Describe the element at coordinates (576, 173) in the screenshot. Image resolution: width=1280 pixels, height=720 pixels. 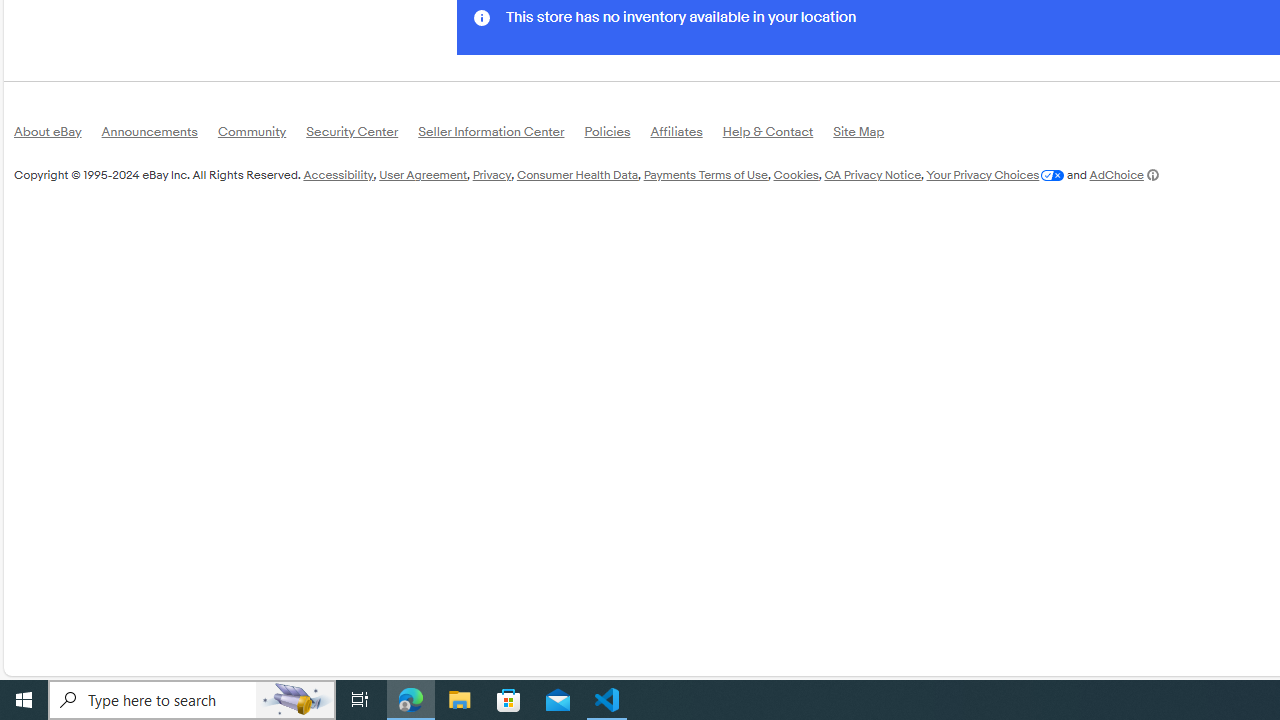
I see `'Consumer Health Data'` at that location.